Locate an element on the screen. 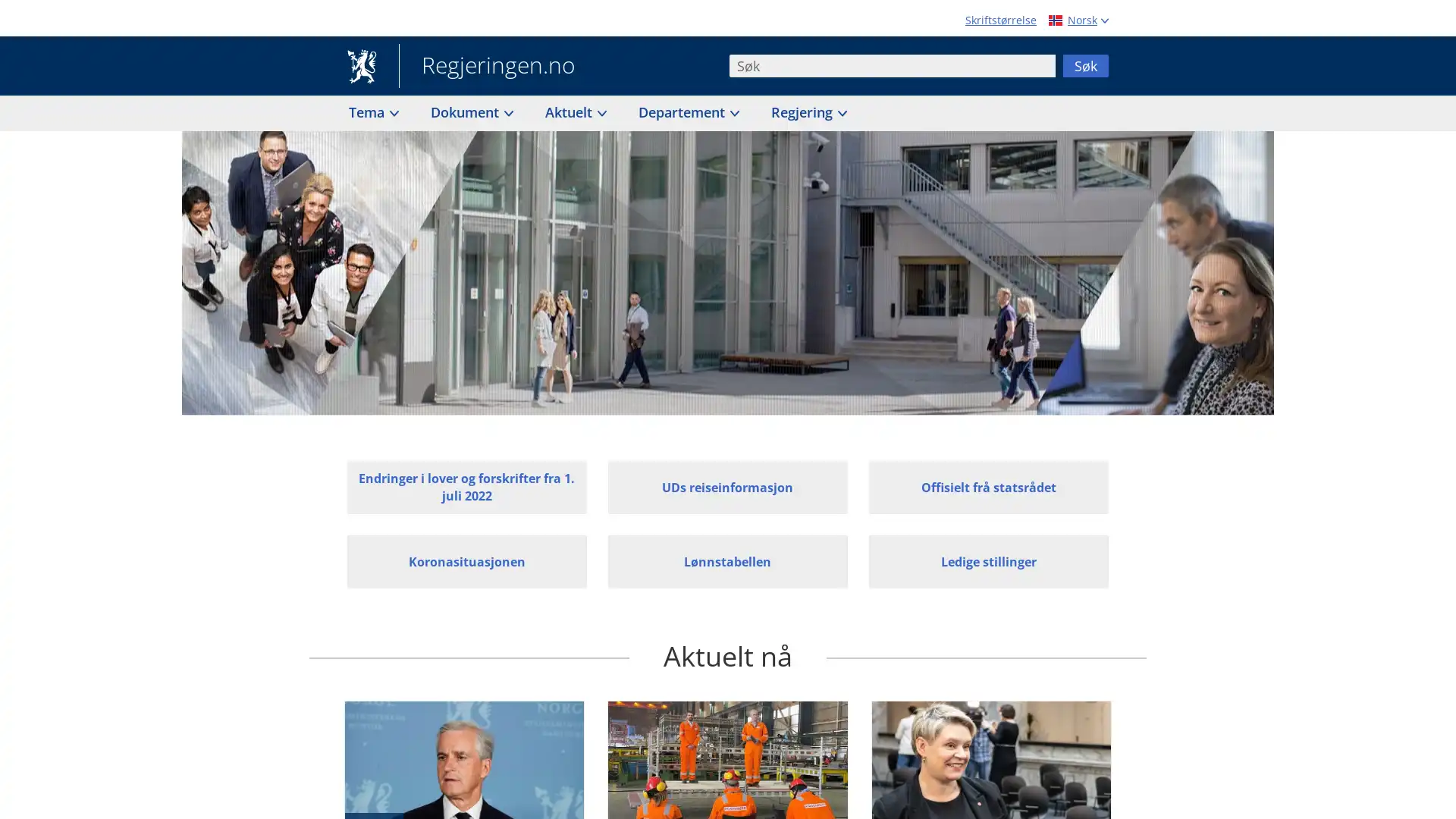  Norsk is located at coordinates (1076, 20).